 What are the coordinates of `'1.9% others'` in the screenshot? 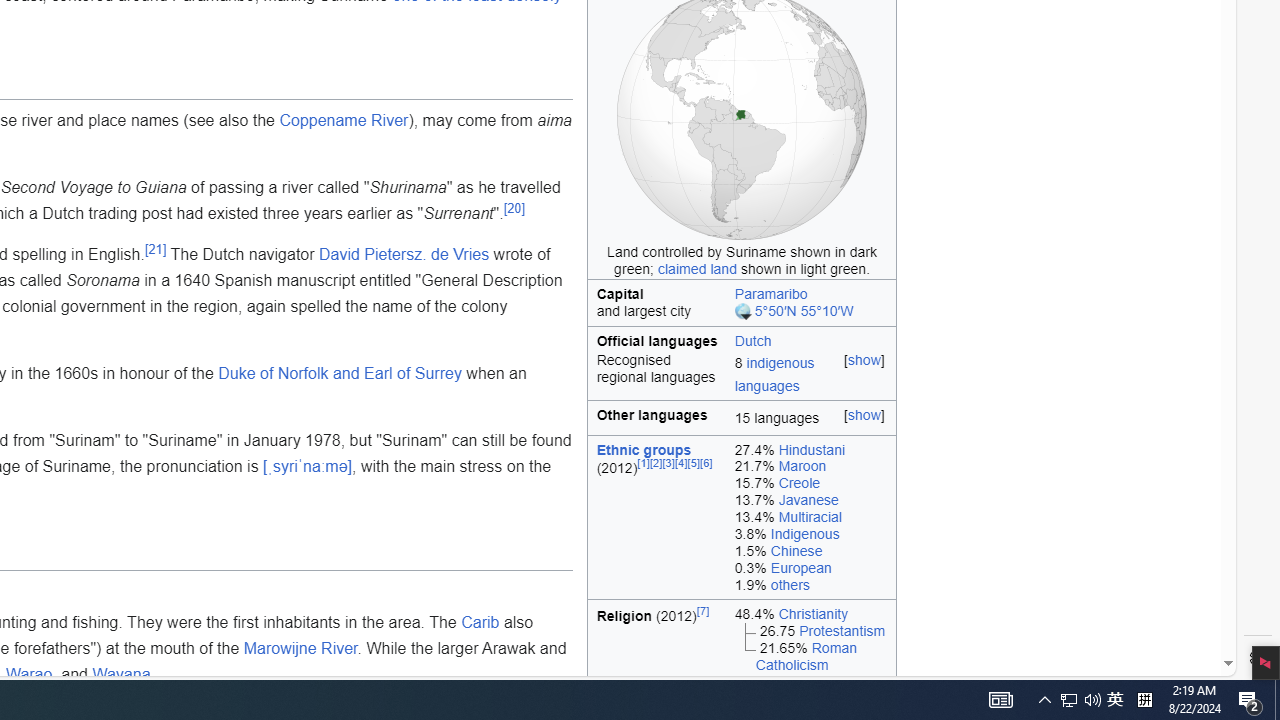 It's located at (810, 585).